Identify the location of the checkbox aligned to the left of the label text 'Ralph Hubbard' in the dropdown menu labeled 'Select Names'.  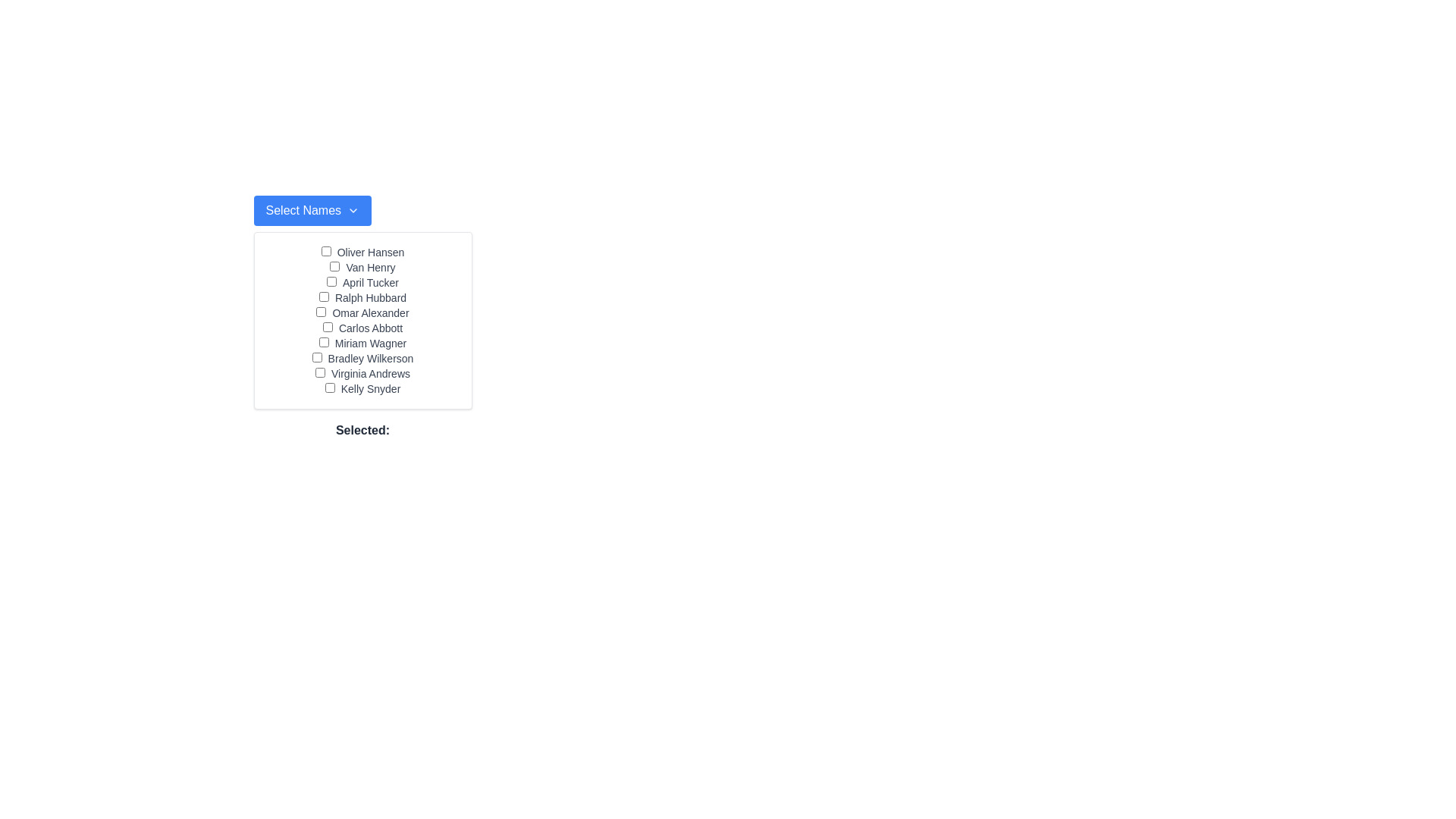
(323, 297).